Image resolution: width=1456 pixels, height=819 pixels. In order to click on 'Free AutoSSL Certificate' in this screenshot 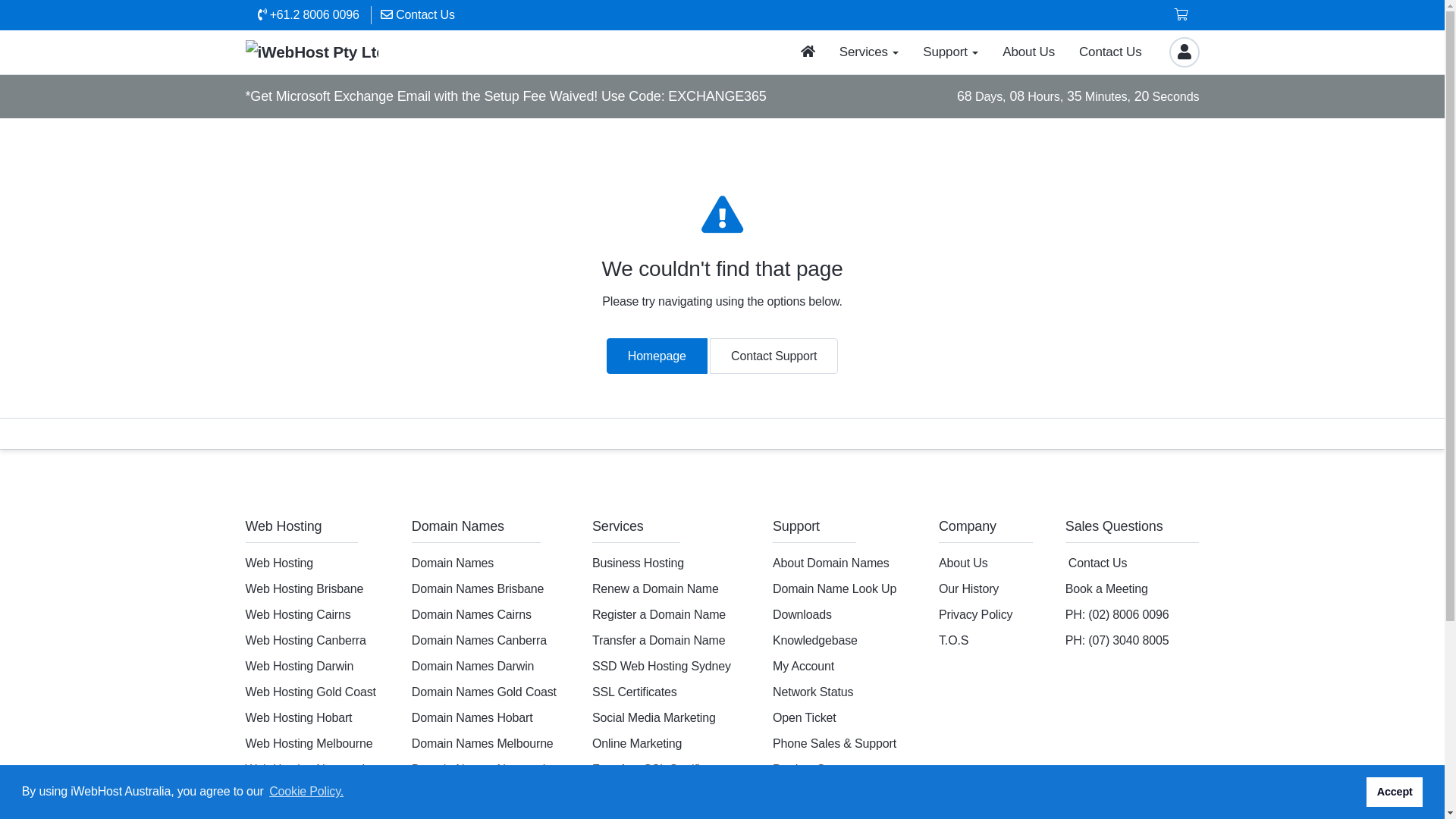, I will do `click(657, 769)`.